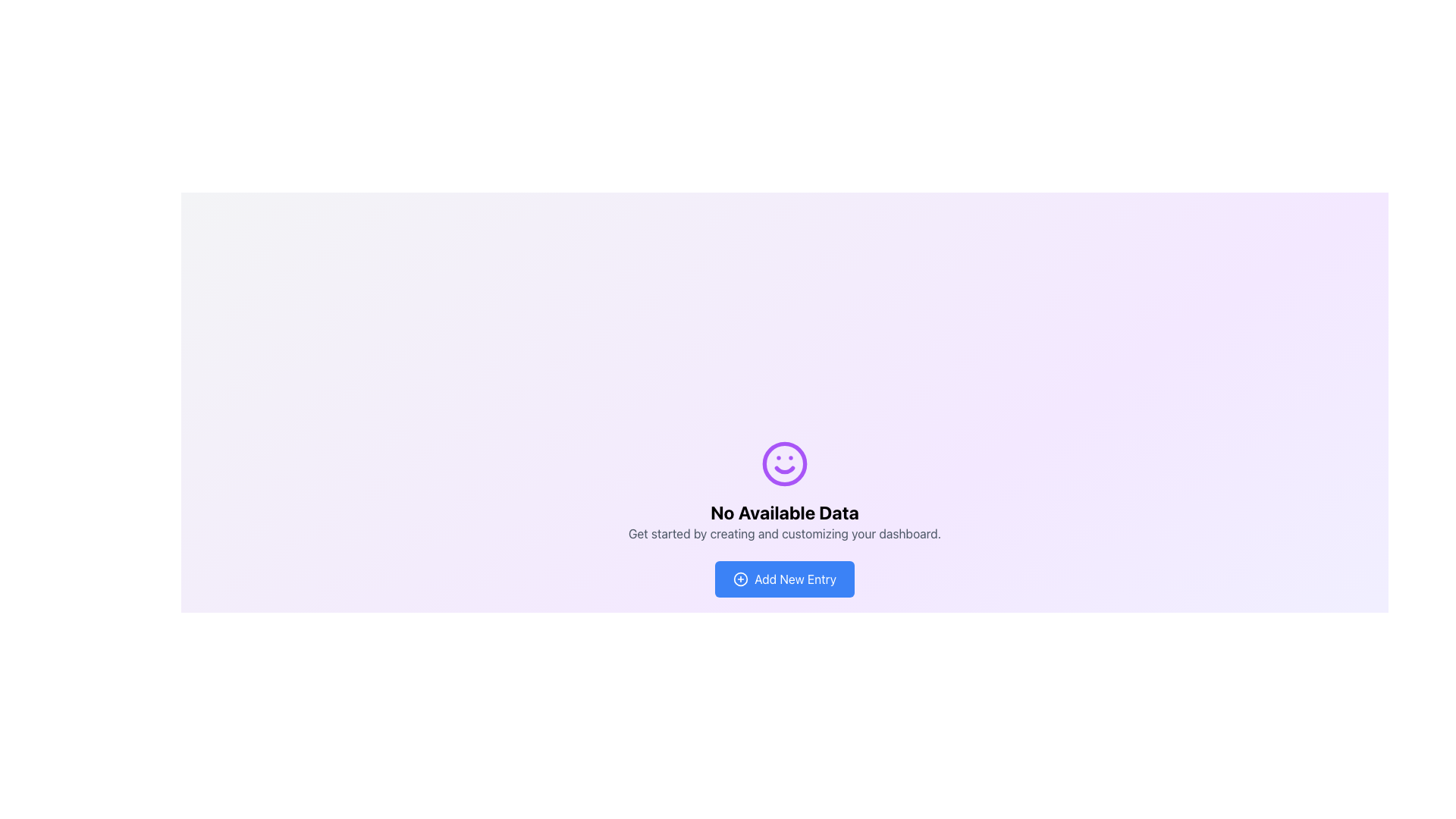 This screenshot has width=1456, height=819. Describe the element at coordinates (785, 463) in the screenshot. I see `the smiley face icon located above the 'No Available Data' text, which serves as a decorative element in the interface` at that location.